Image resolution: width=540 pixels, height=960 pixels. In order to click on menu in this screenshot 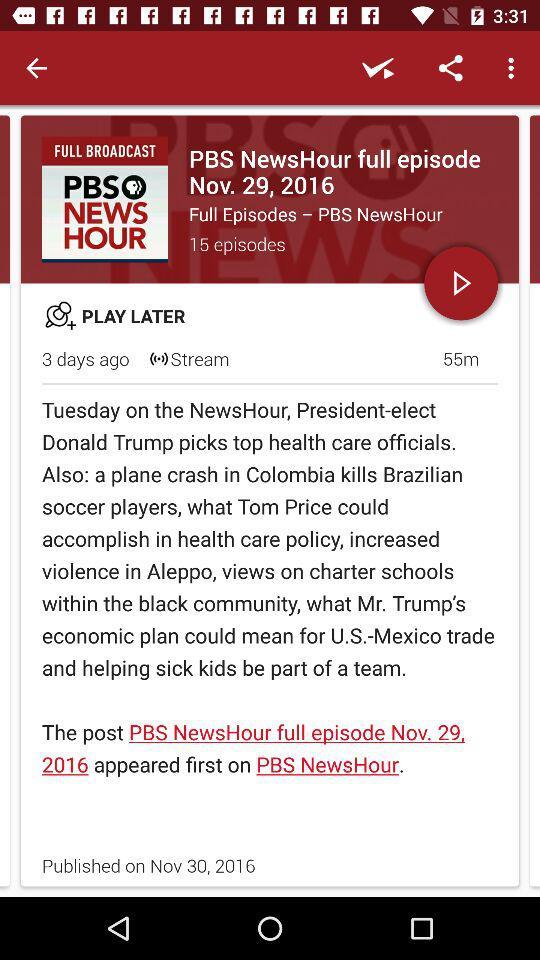, I will do `click(514, 68)`.